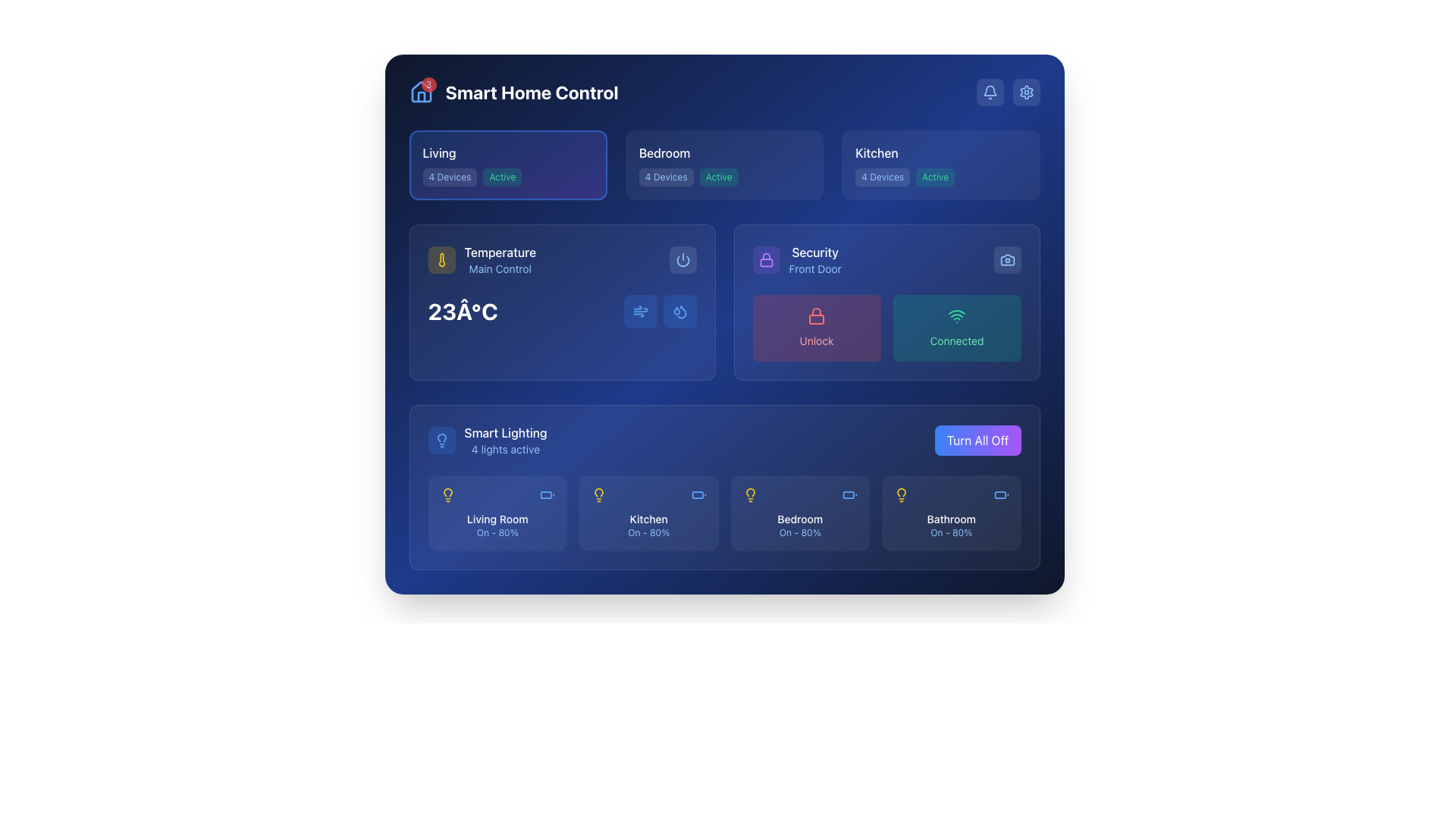 The image size is (1456, 819). Describe the element at coordinates (682, 260) in the screenshot. I see `the lower curved segment of the power button icon located at the top-right corner of the interface` at that location.